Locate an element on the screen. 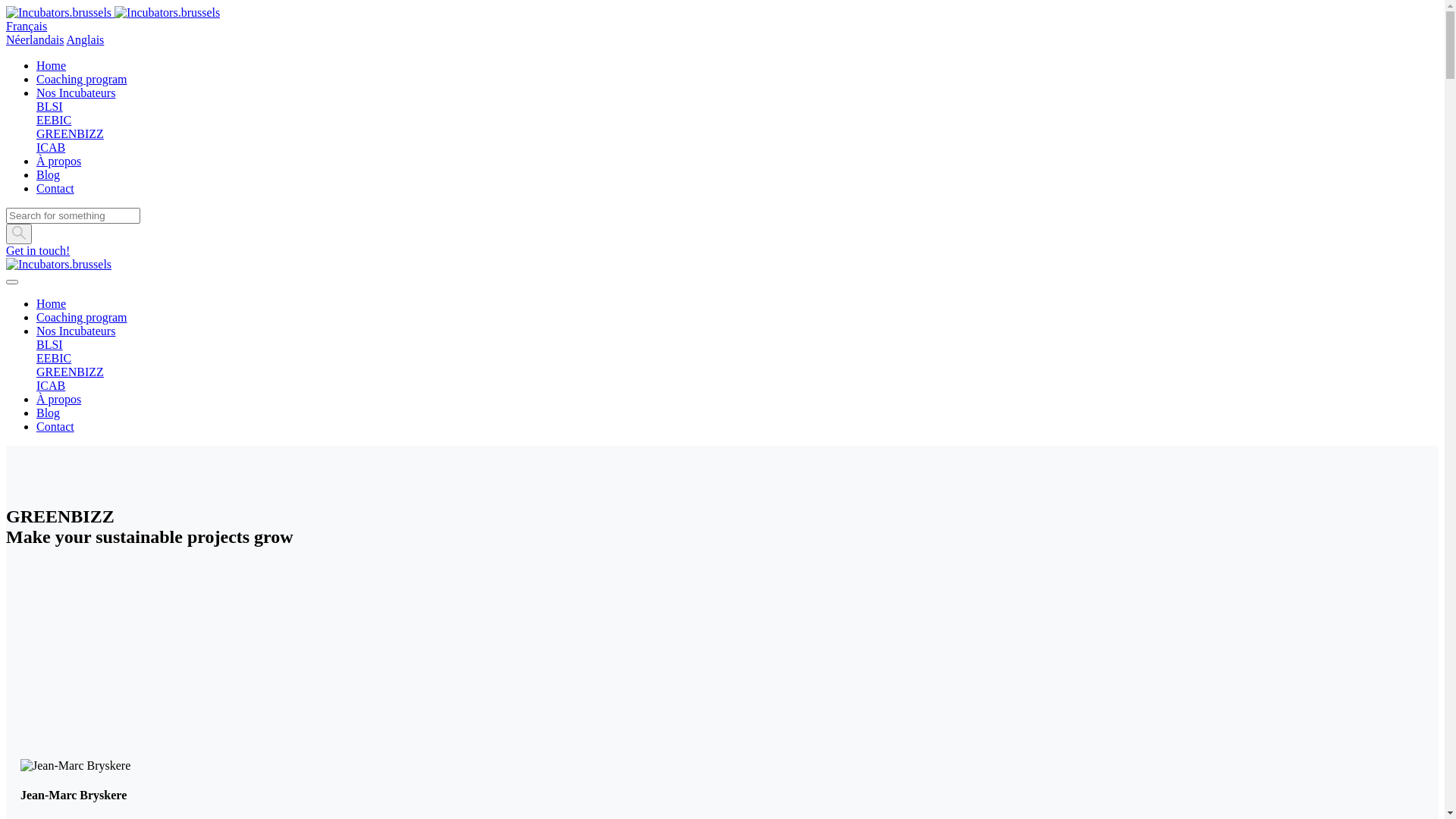 The height and width of the screenshot is (819, 1456). 'GREENBIZZ' is located at coordinates (69, 133).